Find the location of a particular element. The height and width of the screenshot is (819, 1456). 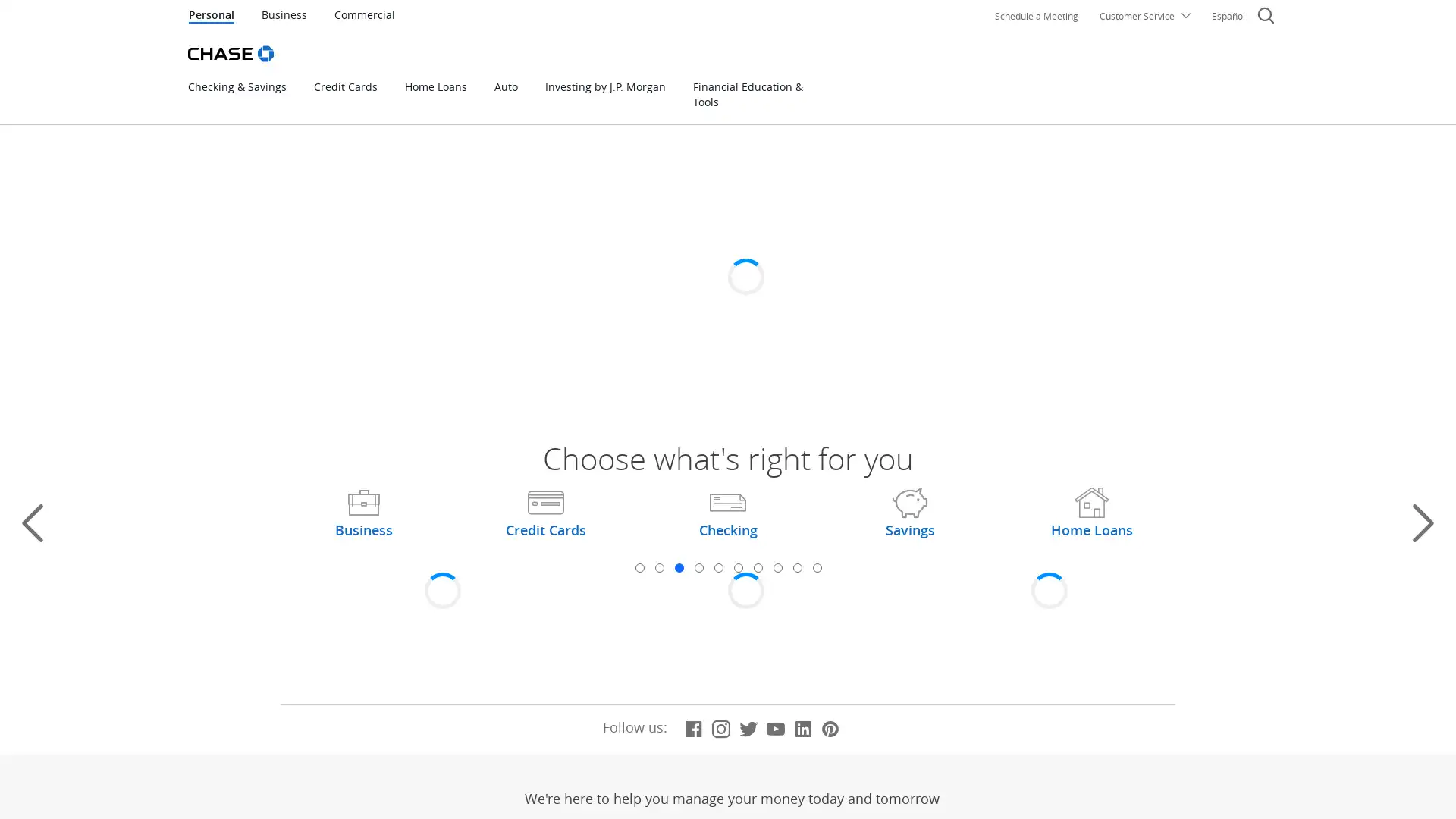

Sign in is located at coordinates (1046, 262).